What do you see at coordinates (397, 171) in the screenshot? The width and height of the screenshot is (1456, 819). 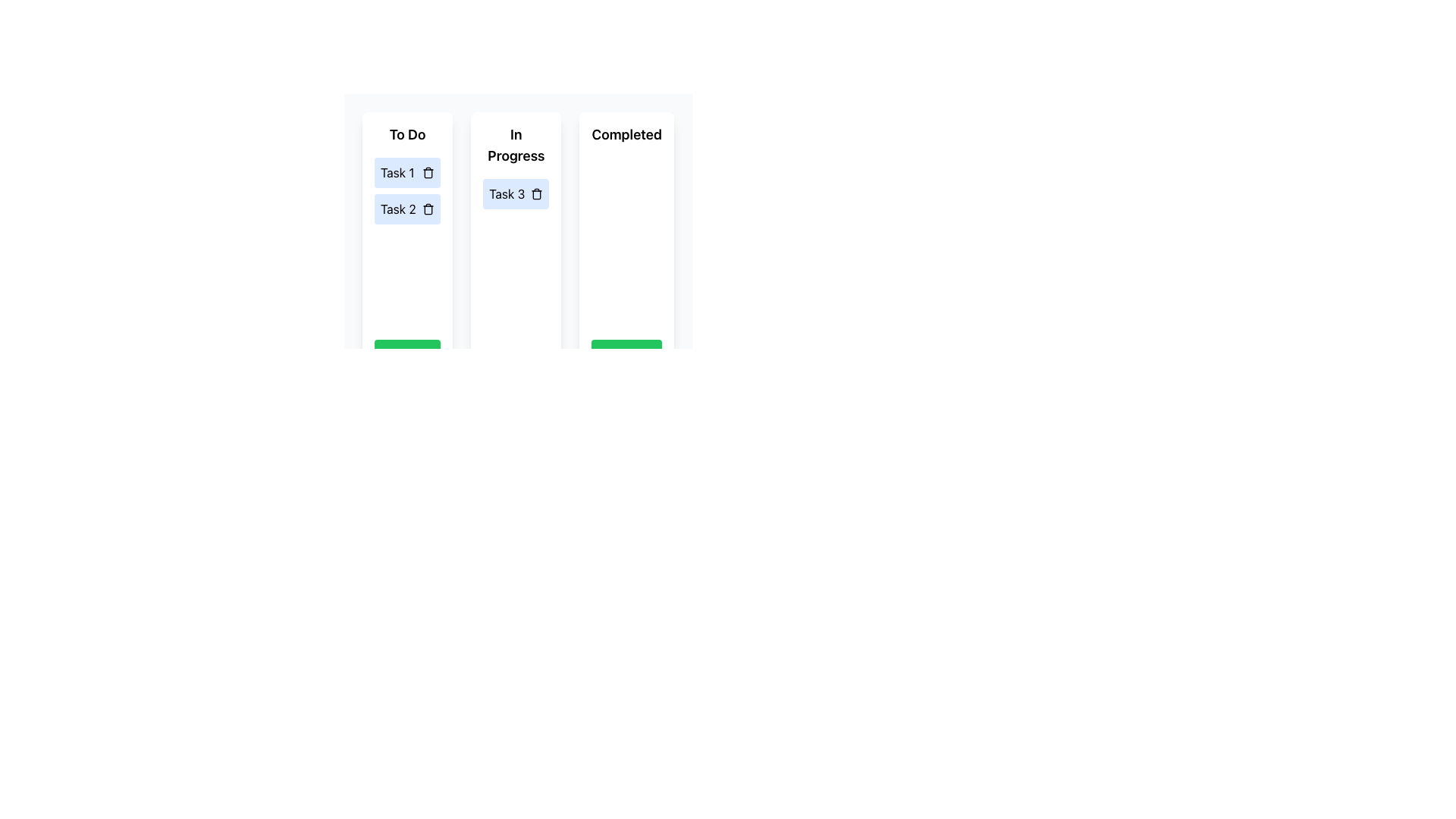 I see `the text label 'Task 1' which is displayed in black font on a light blue background within the 'To Do' column in the topmost task cell` at bounding box center [397, 171].